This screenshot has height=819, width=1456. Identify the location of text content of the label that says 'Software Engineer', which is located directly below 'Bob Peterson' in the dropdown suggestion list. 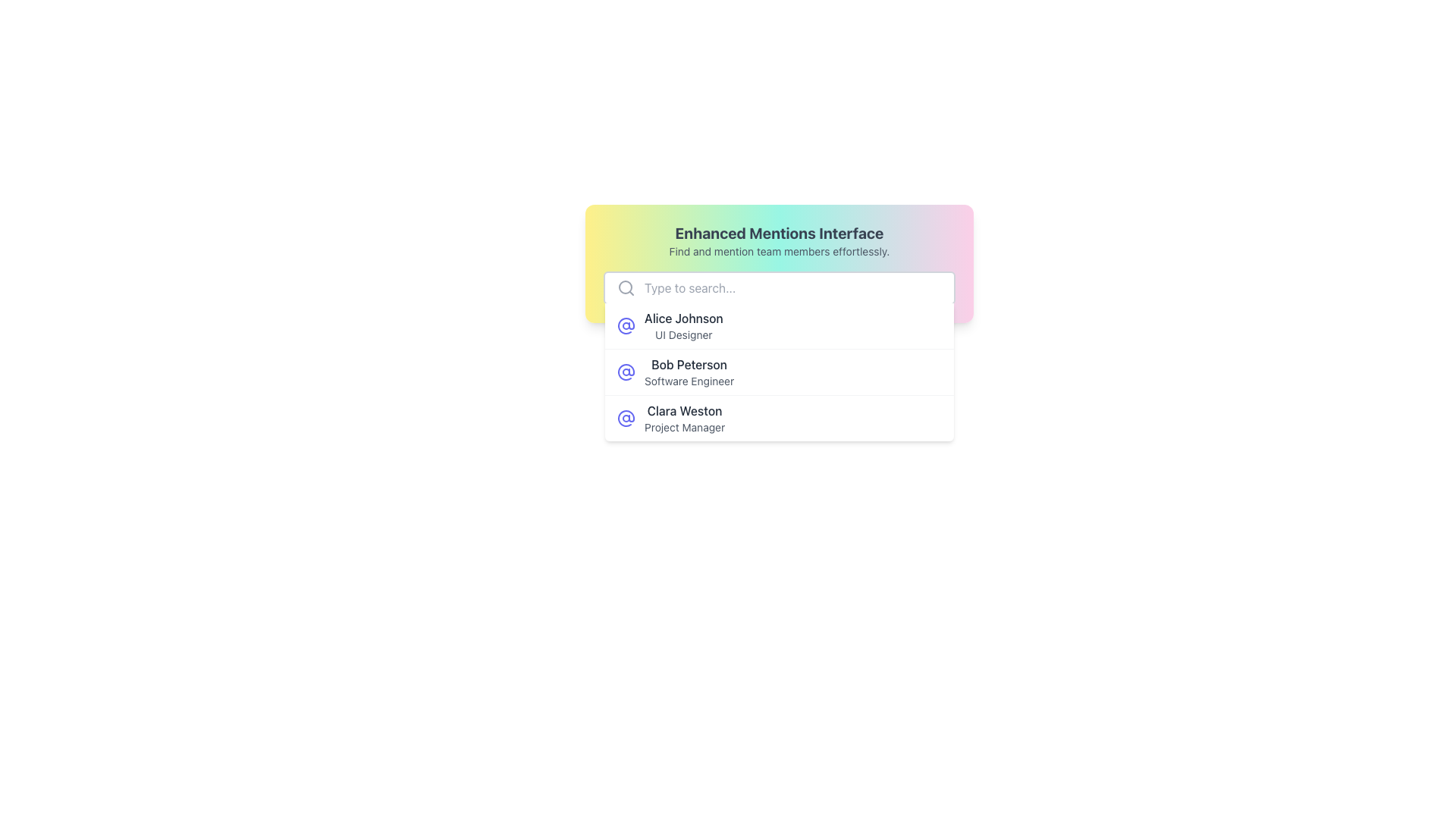
(689, 380).